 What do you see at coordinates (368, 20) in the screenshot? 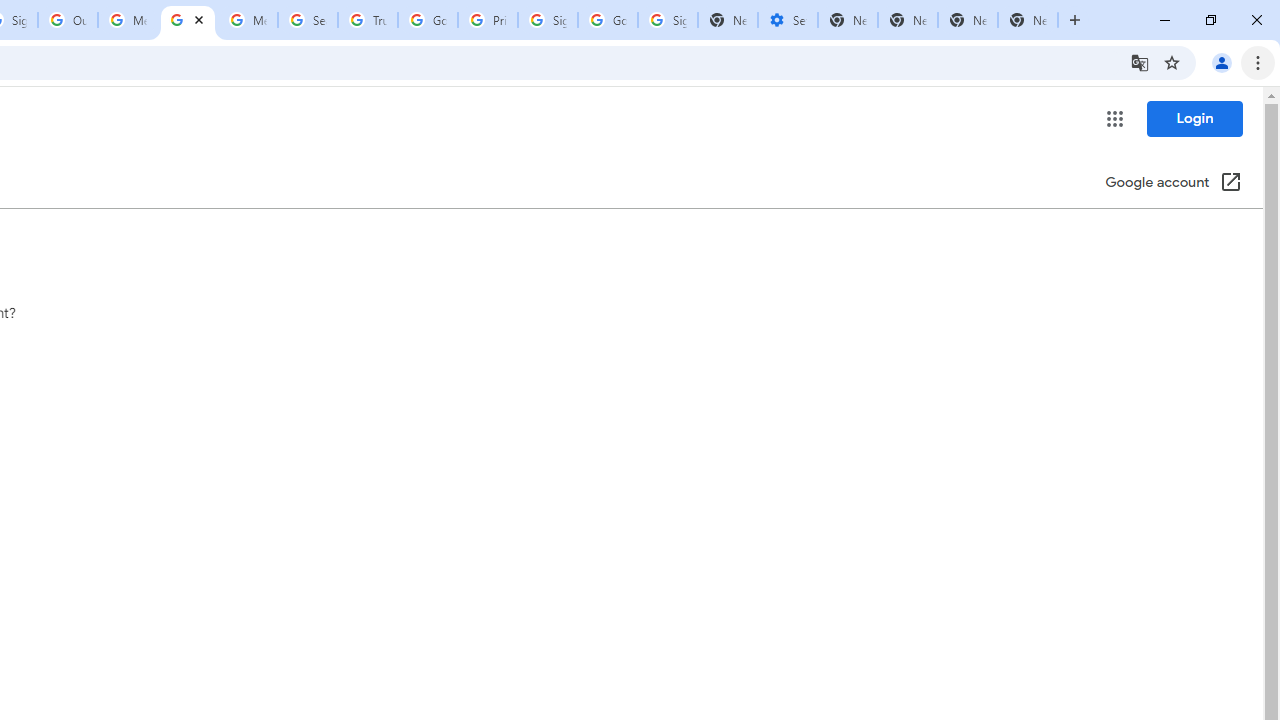
I see `'Trusted Information and Content - Google Safety Center'` at bounding box center [368, 20].